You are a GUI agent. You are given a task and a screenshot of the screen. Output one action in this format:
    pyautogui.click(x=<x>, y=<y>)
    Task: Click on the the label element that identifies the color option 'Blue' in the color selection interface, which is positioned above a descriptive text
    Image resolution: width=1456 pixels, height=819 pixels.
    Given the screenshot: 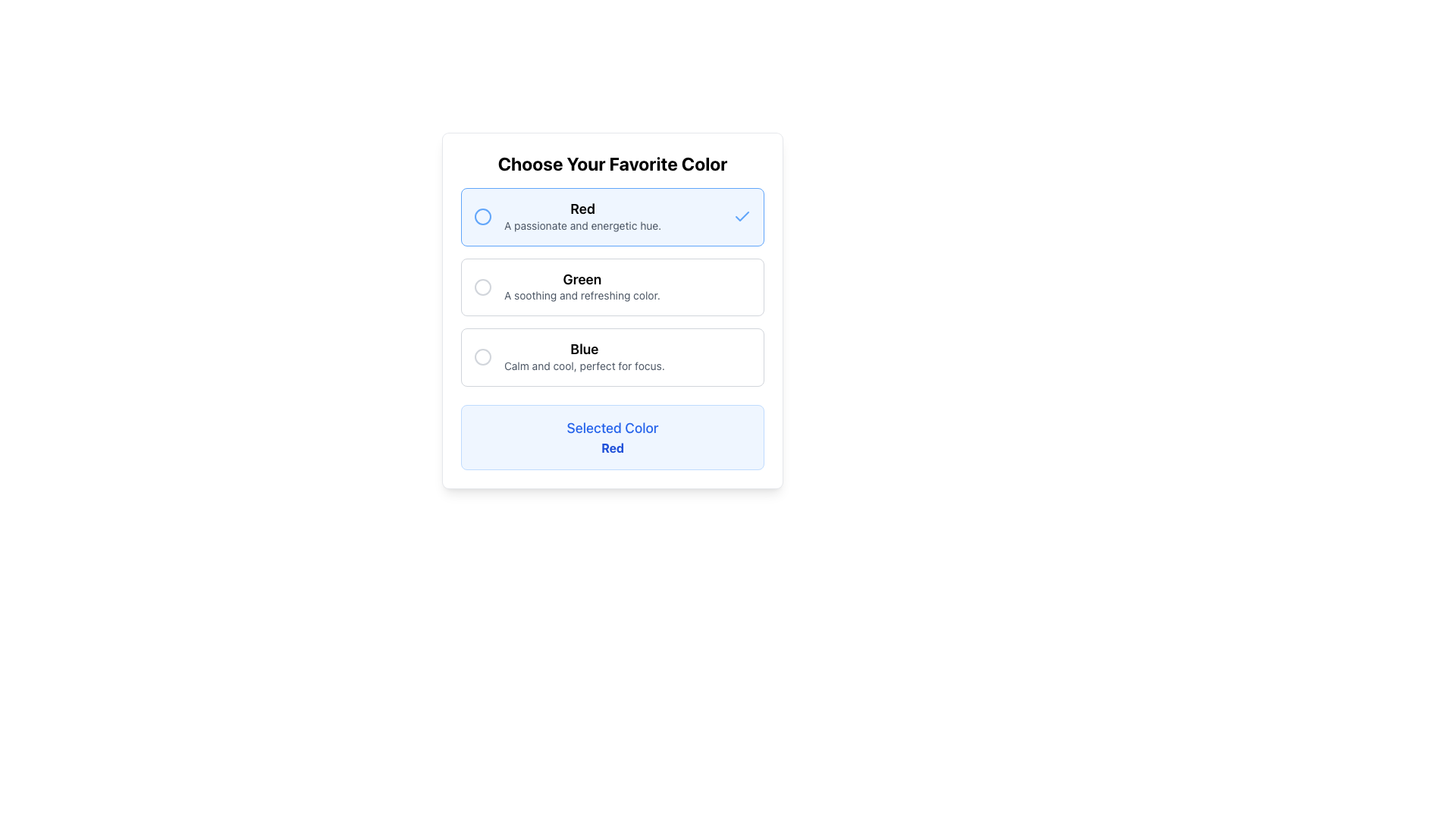 What is the action you would take?
    pyautogui.click(x=583, y=350)
    